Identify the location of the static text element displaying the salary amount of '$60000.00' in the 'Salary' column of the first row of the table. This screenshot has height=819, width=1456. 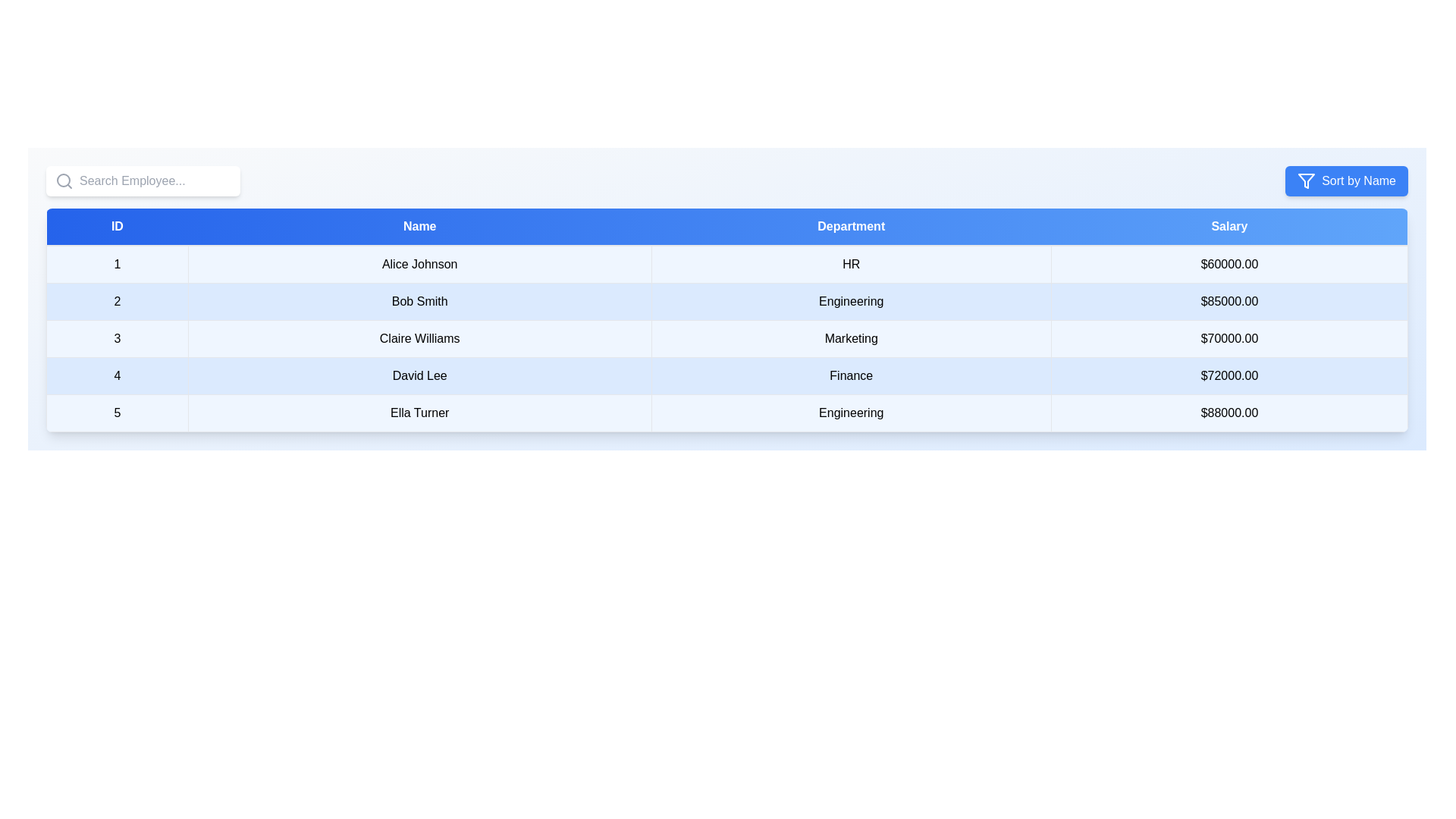
(1229, 263).